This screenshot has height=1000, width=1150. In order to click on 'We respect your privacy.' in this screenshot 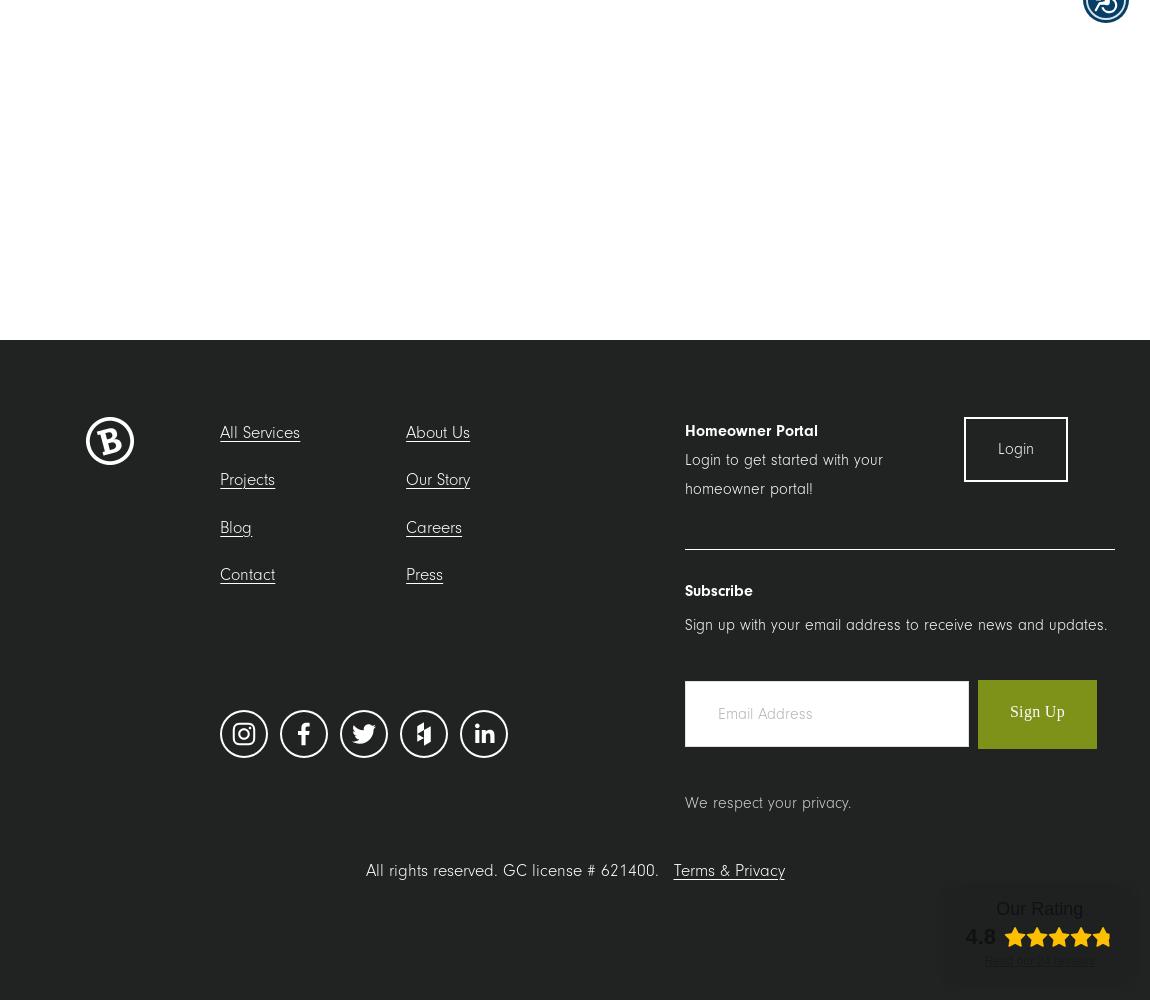, I will do `click(766, 802)`.